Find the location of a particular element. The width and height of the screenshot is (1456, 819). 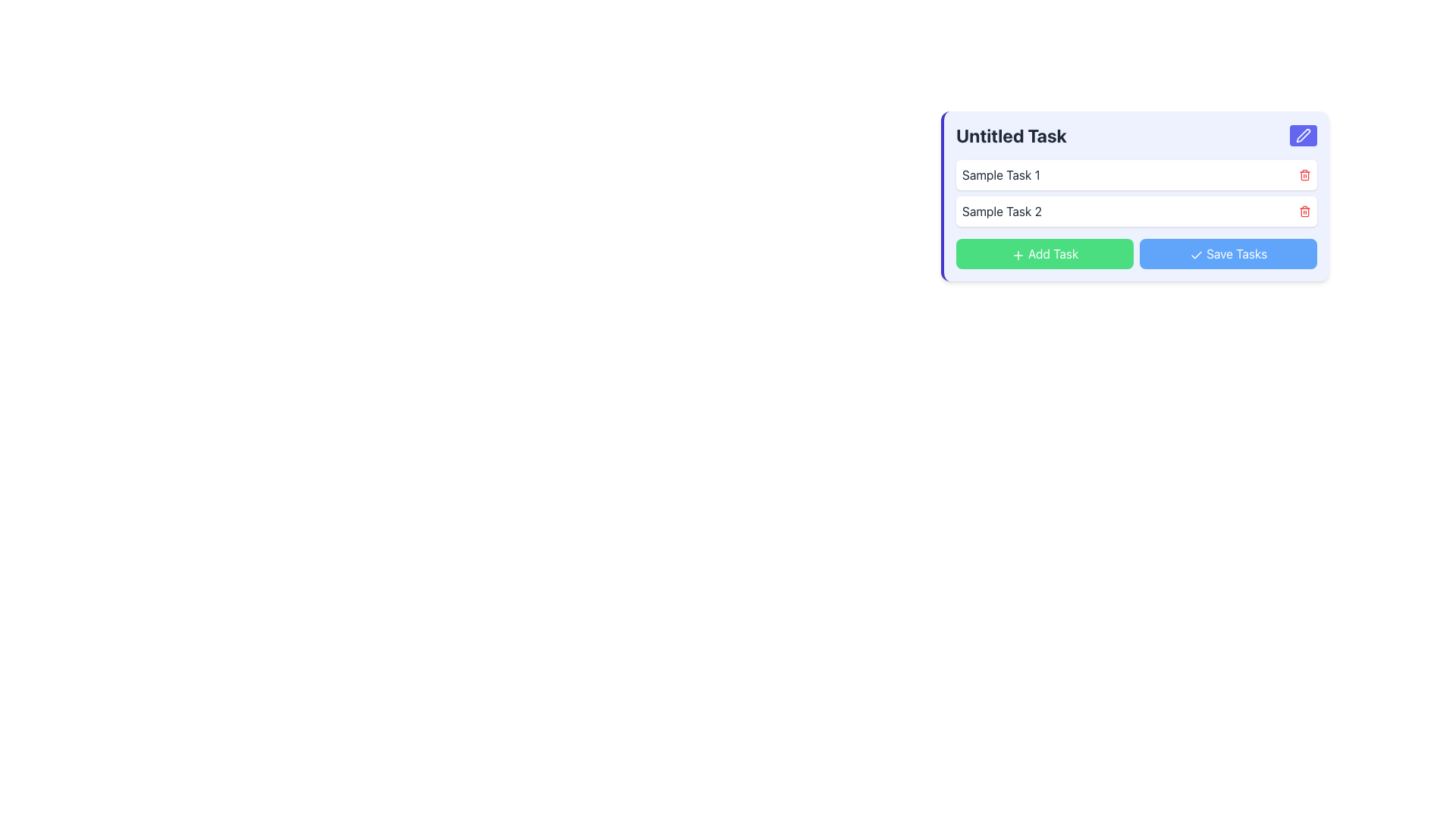

the edit icon, which is a pen-shaped symbol located in the top-right corner of the task panel is located at coordinates (1302, 133).